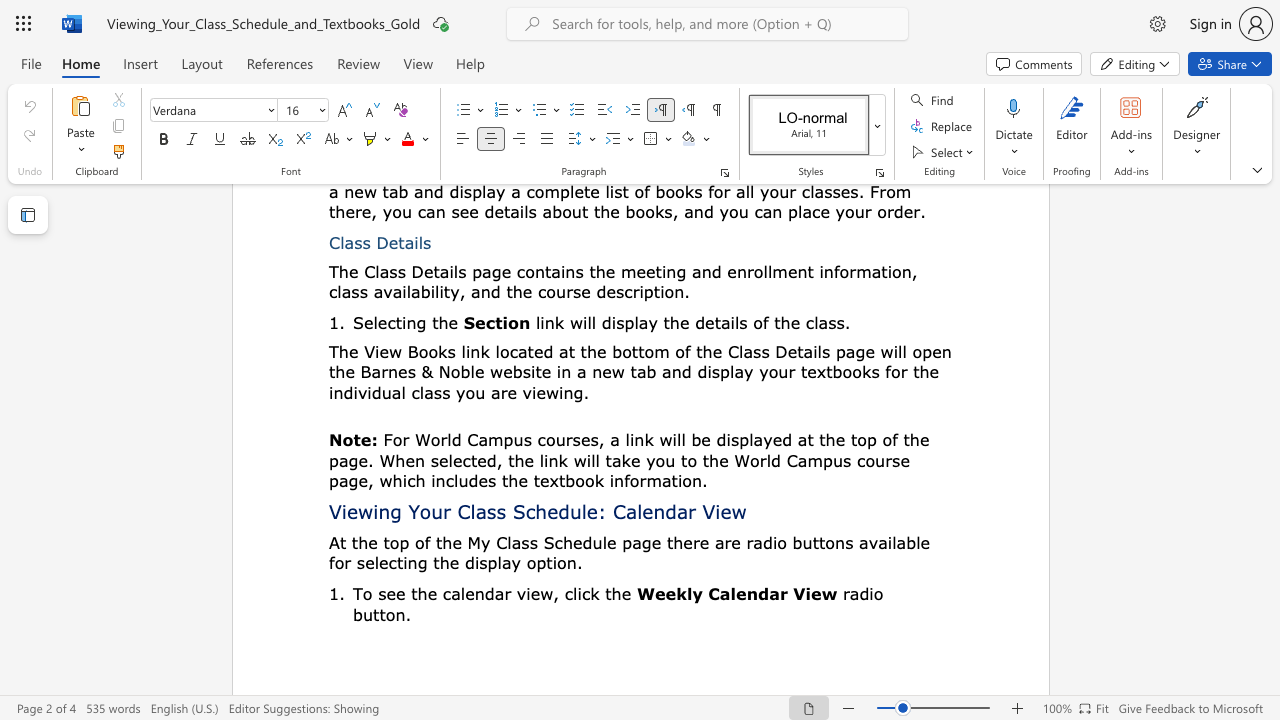 The image size is (1280, 720). What do you see at coordinates (386, 592) in the screenshot?
I see `the subset text "ee the calendar view, clic" within the text "To see the calendar view, click the"` at bounding box center [386, 592].